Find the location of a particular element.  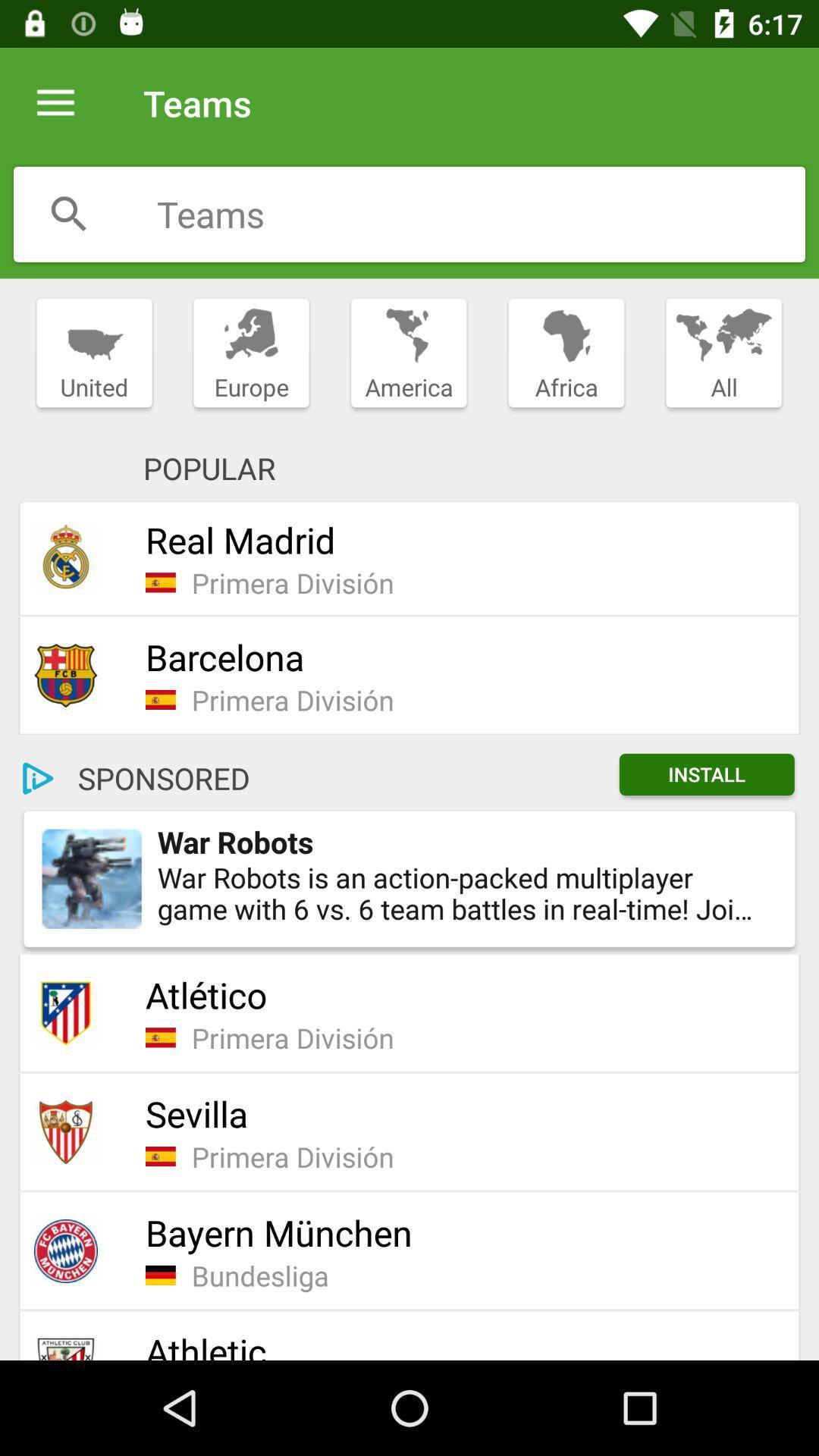

item next to africa icon is located at coordinates (723, 353).